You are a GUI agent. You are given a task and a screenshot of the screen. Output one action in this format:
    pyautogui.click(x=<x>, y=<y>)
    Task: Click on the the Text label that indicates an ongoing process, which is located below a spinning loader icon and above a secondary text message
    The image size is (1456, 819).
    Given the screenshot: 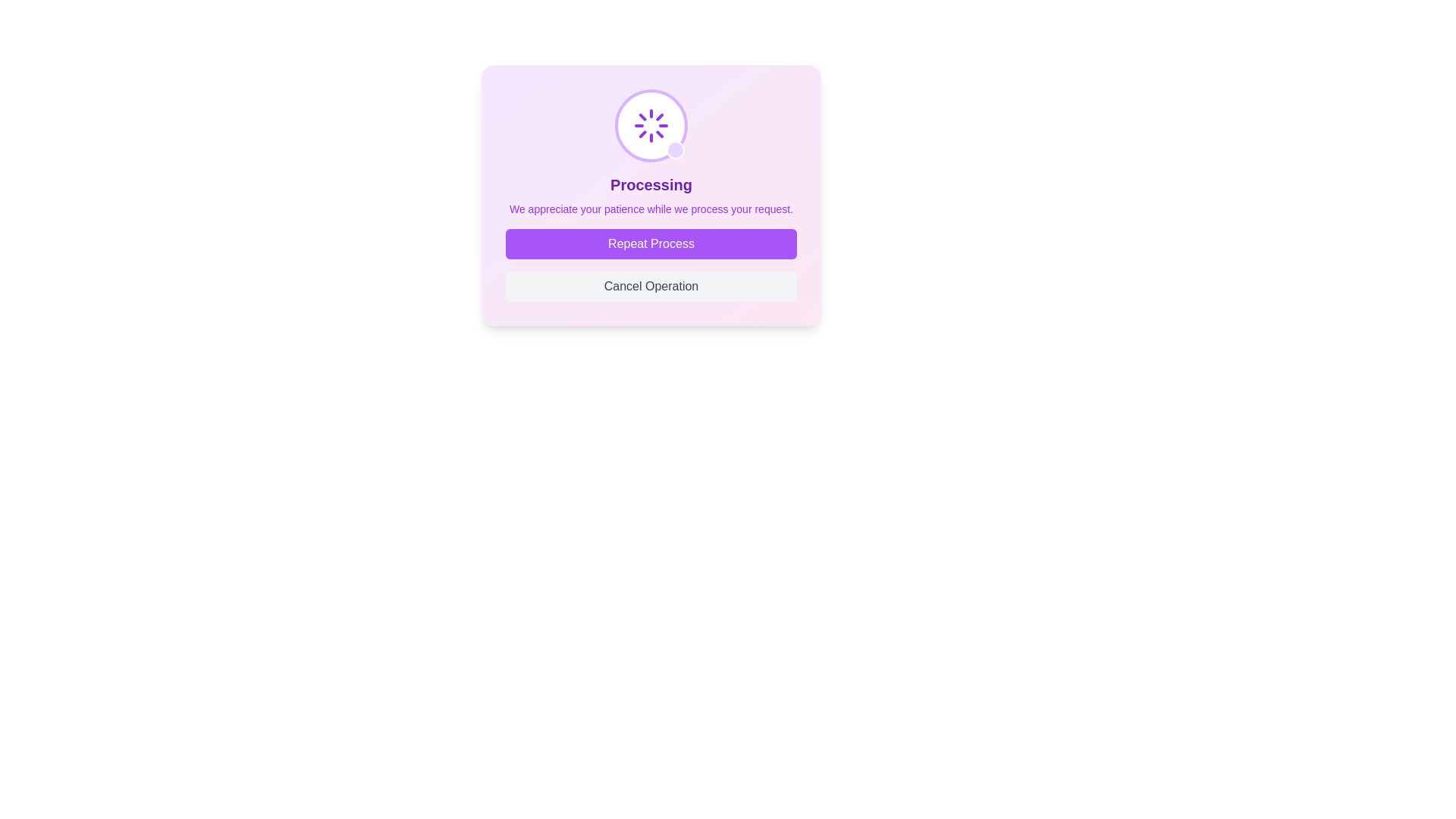 What is the action you would take?
    pyautogui.click(x=651, y=184)
    